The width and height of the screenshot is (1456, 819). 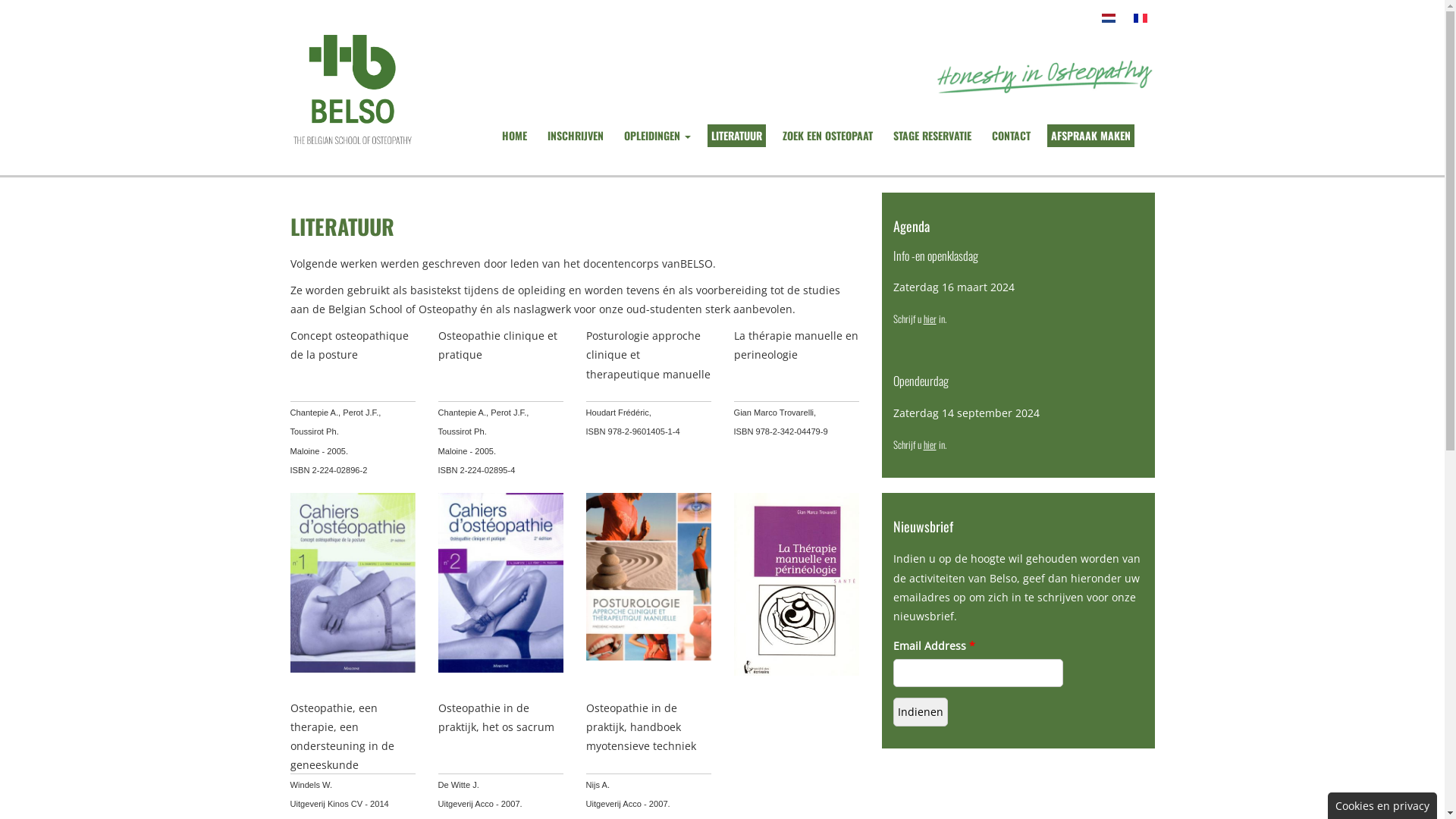 I want to click on 'AFSPRAAK MAKEN', so click(x=1046, y=134).